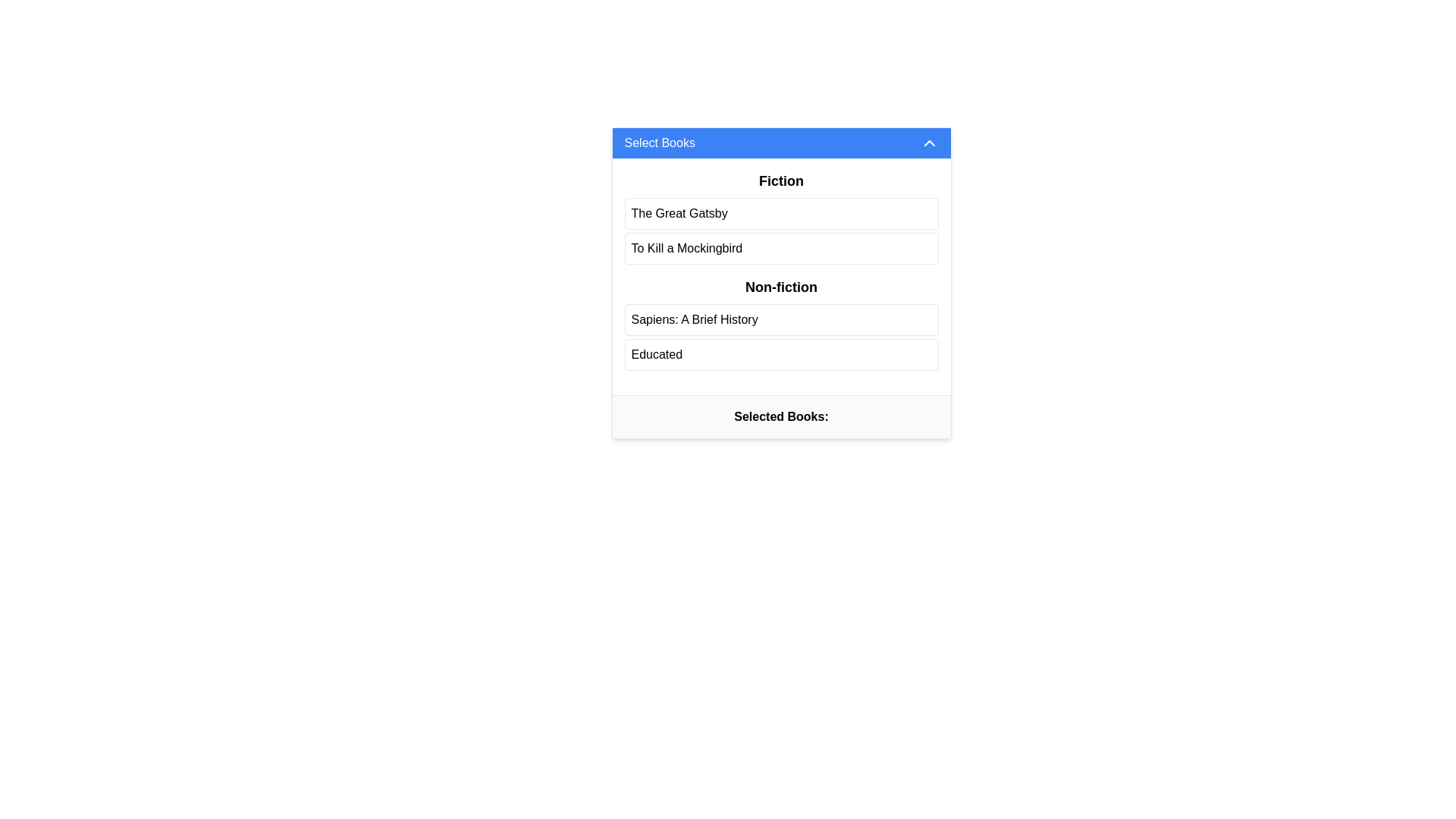 The width and height of the screenshot is (1456, 819). Describe the element at coordinates (686, 247) in the screenshot. I see `text label that displays 'To Kill a Mockingbird', which is styled with a light border and is the second item in the 'Fiction' category` at that location.